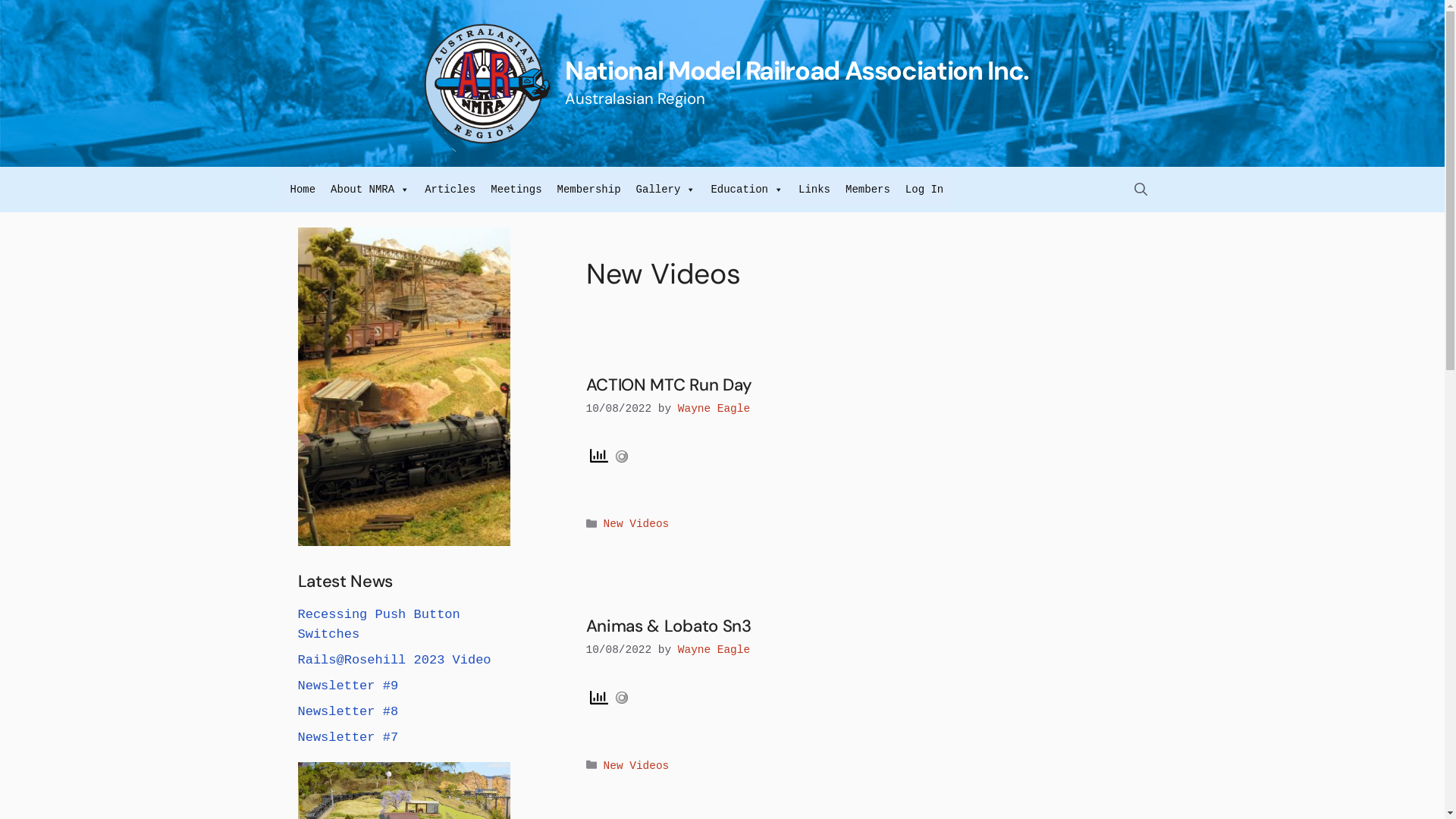 This screenshot has width=1456, height=819. Describe the element at coordinates (796, 71) in the screenshot. I see `'National Model Railroad Association Inc.'` at that location.